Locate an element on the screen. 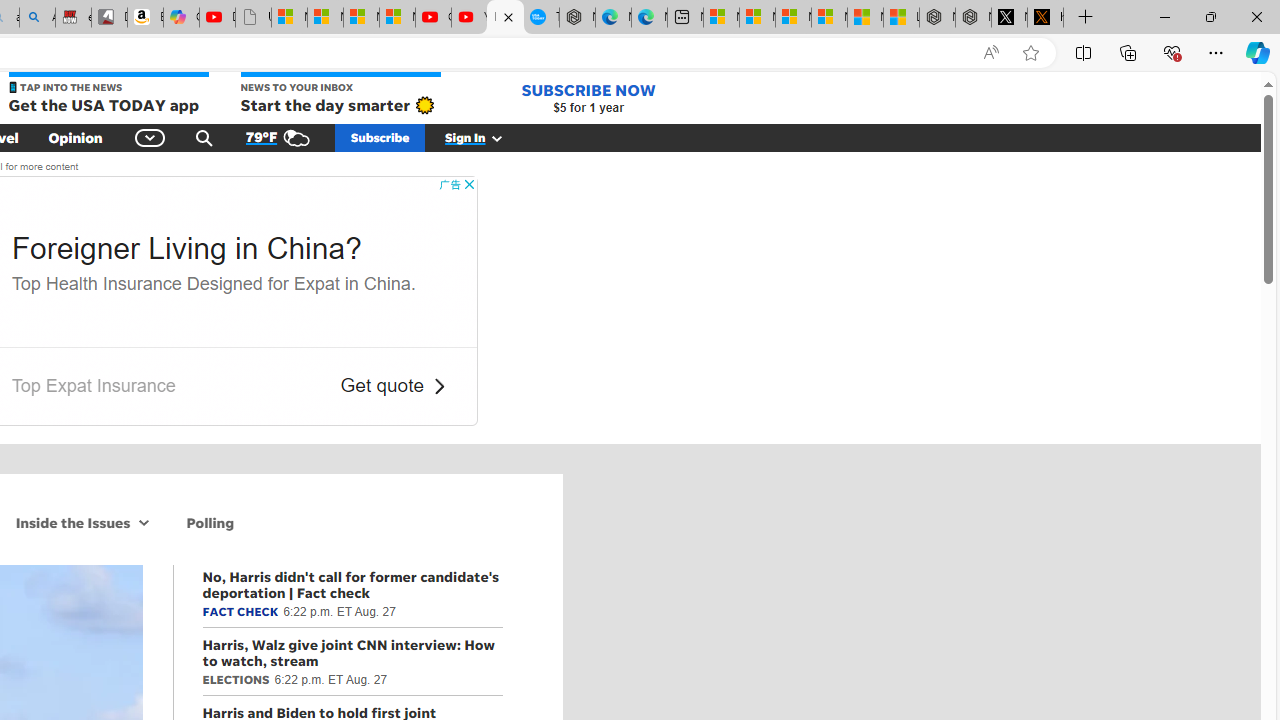 The width and height of the screenshot is (1280, 720). 'Inside the Issues' is located at coordinates (70, 521).